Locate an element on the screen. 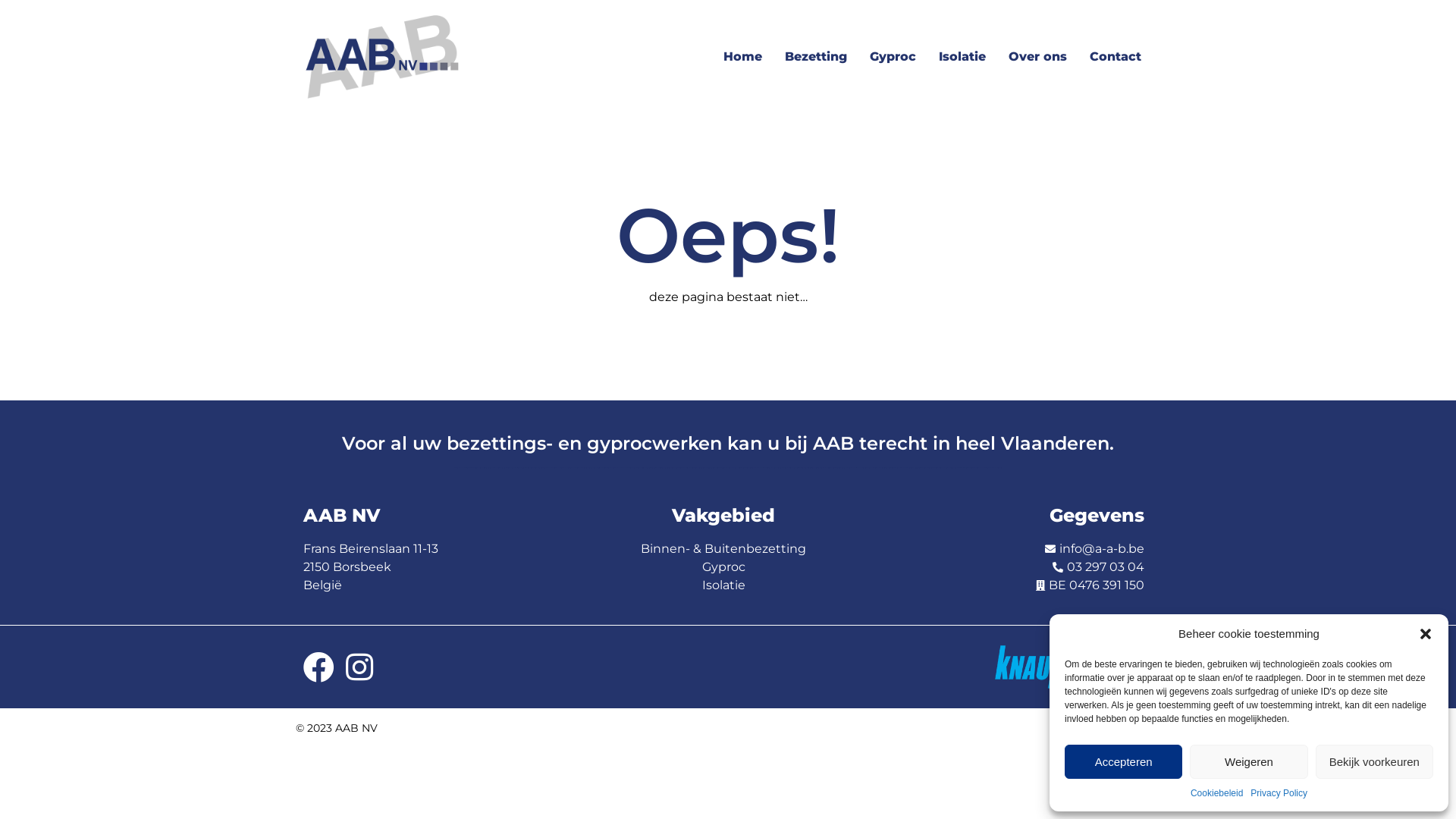 The image size is (1456, 819). 'Gyproc' is located at coordinates (723, 566).